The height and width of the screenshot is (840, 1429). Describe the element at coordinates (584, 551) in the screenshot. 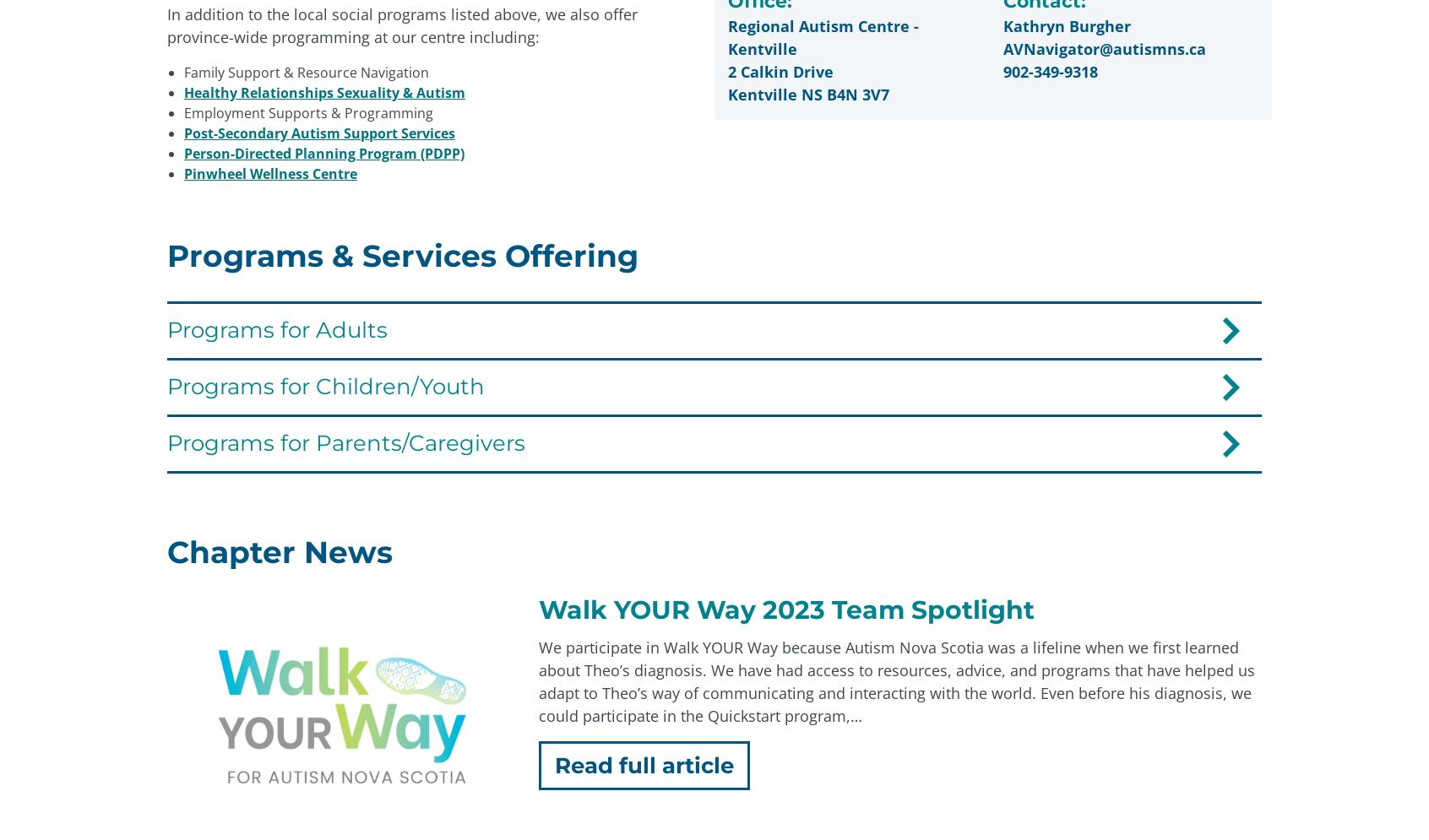

I see `'Autism Nova Scotia (Halifax Office)'` at that location.